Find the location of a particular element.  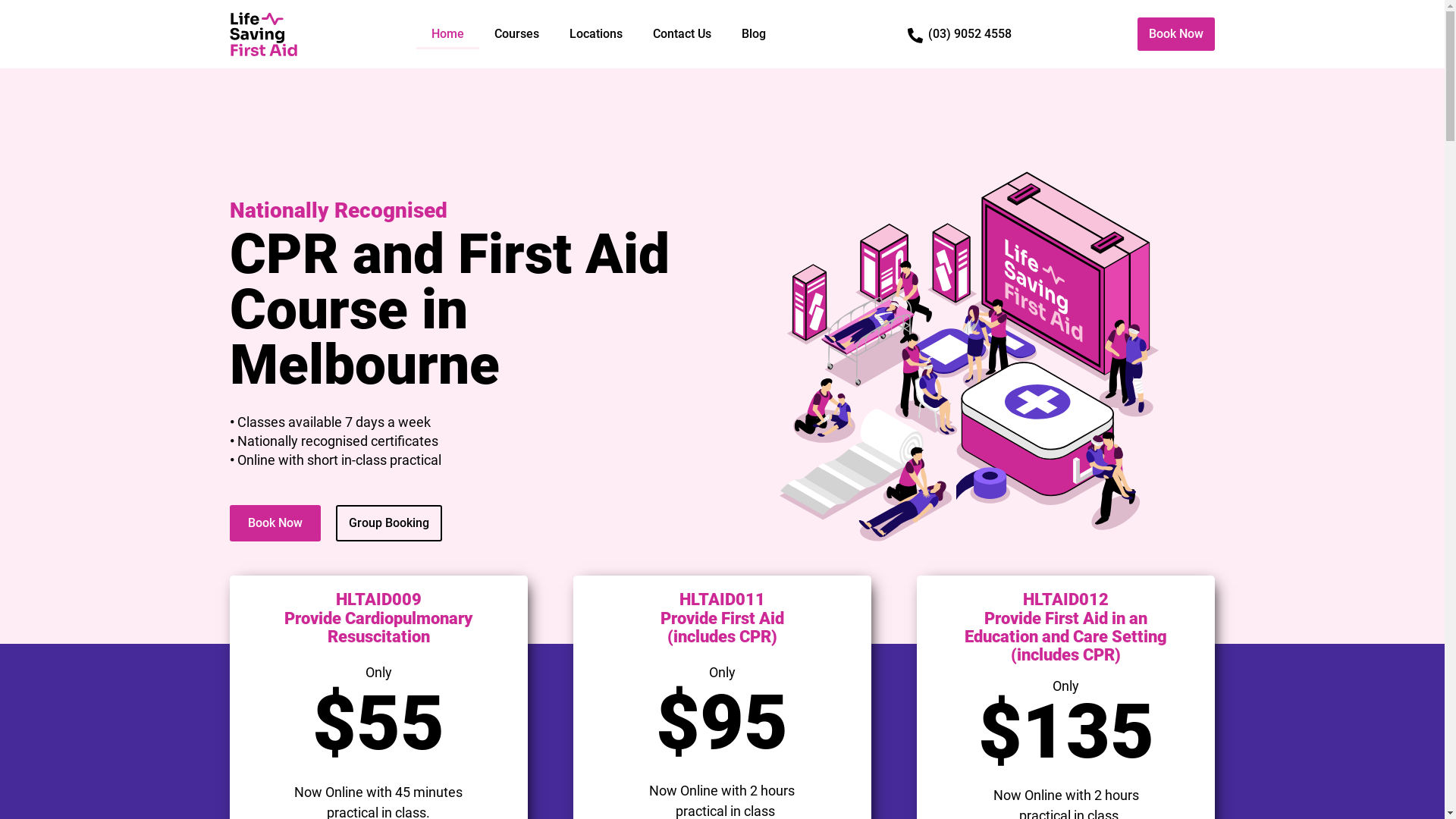

'Home' is located at coordinates (447, 34).